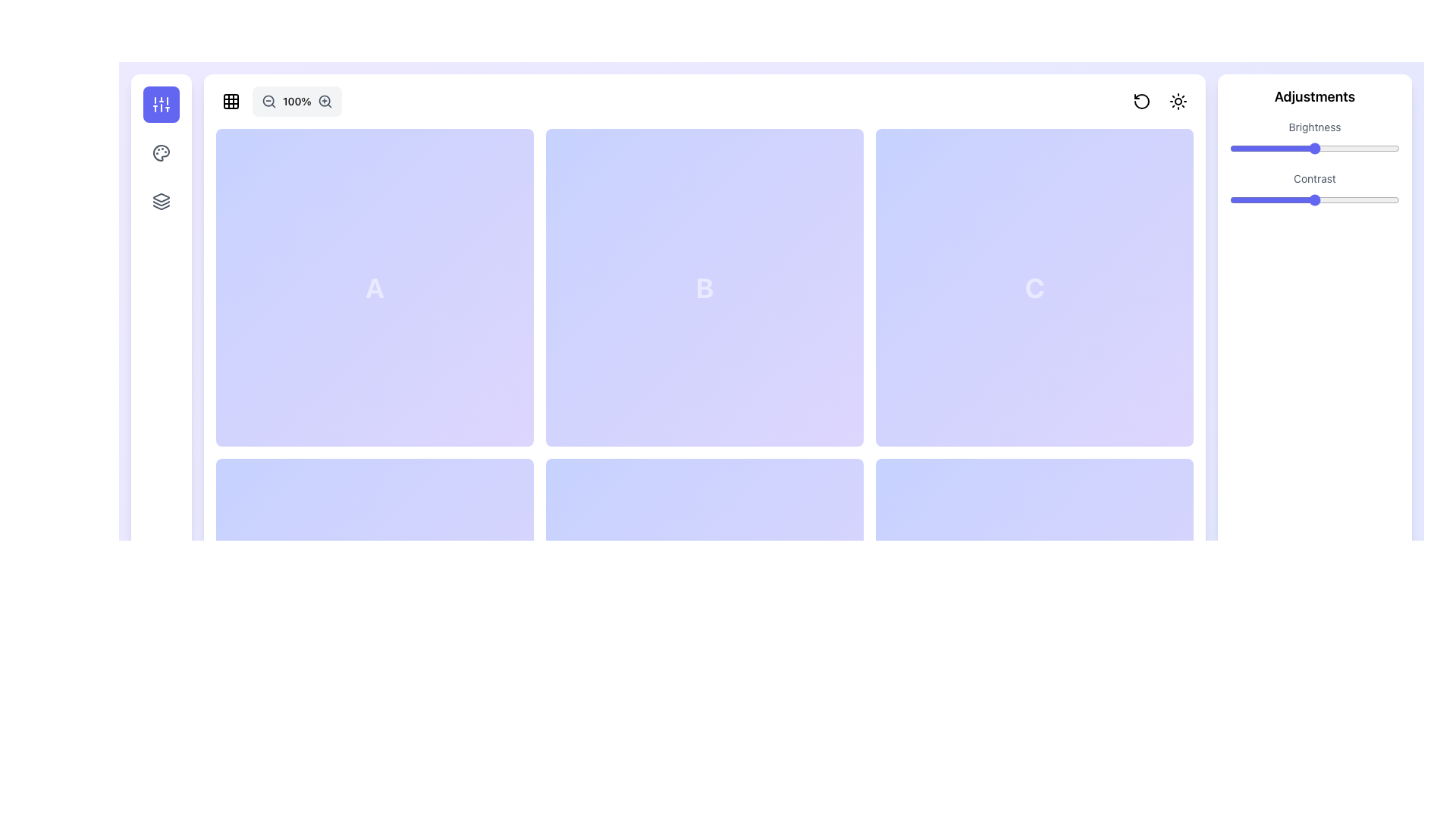 The height and width of the screenshot is (819, 1456). Describe the element at coordinates (1237, 199) in the screenshot. I see `the contrast` at that location.